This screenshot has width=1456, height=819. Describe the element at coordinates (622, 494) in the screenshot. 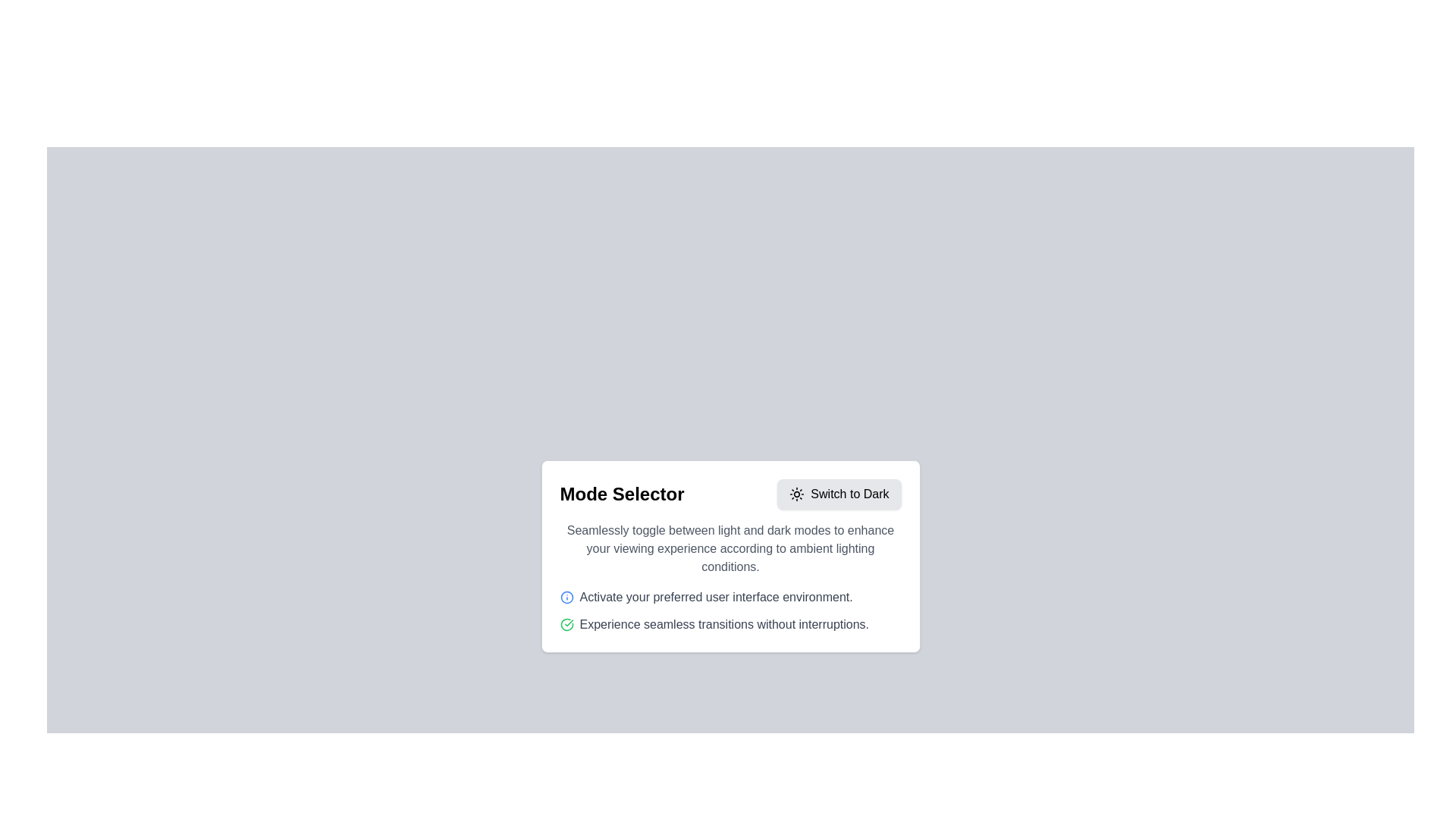

I see `the text label indicating 'Mode Selector' to read its content` at that location.